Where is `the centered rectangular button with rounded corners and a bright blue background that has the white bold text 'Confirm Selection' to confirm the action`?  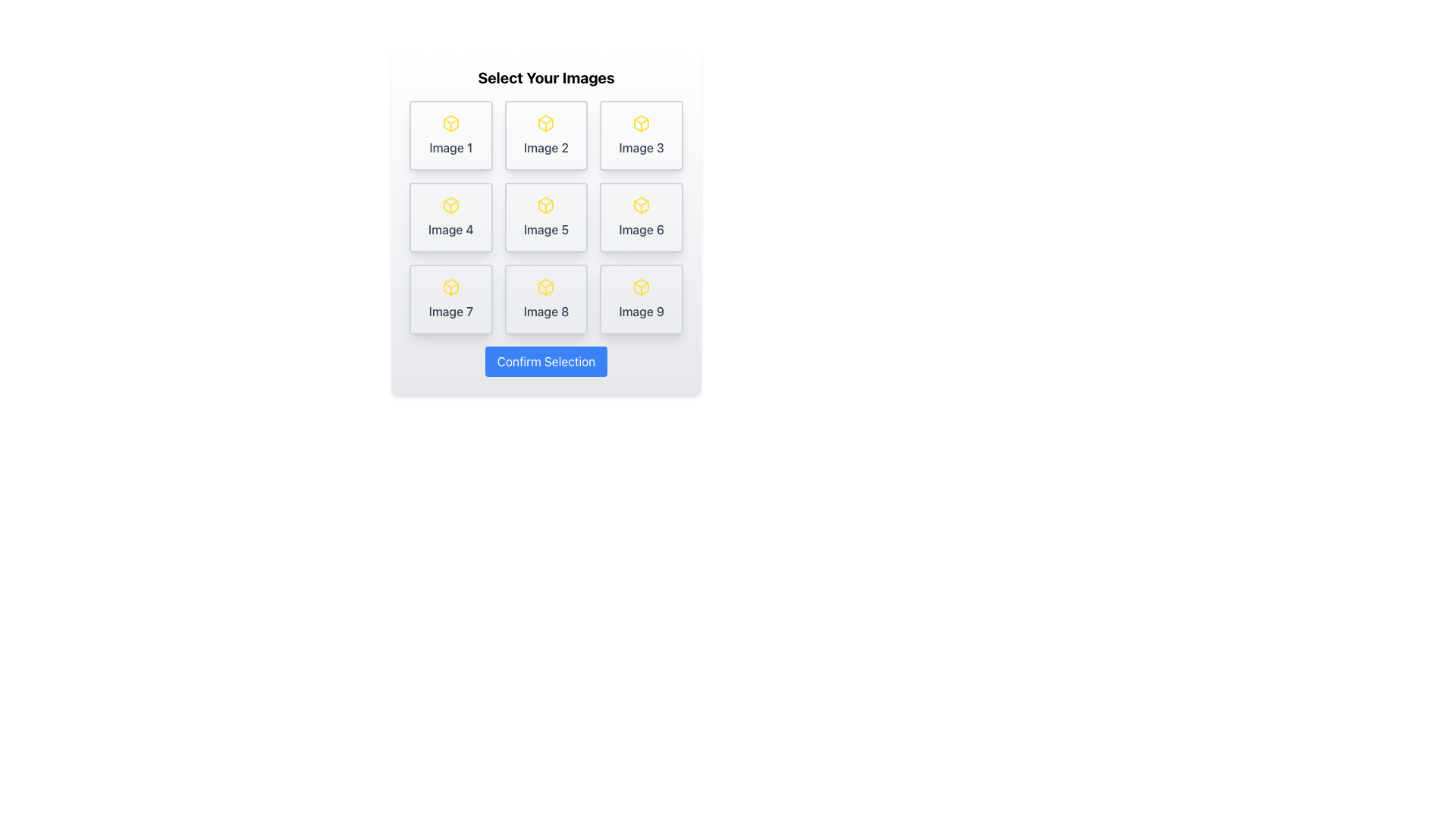 the centered rectangular button with rounded corners and a bright blue background that has the white bold text 'Confirm Selection' to confirm the action is located at coordinates (546, 362).